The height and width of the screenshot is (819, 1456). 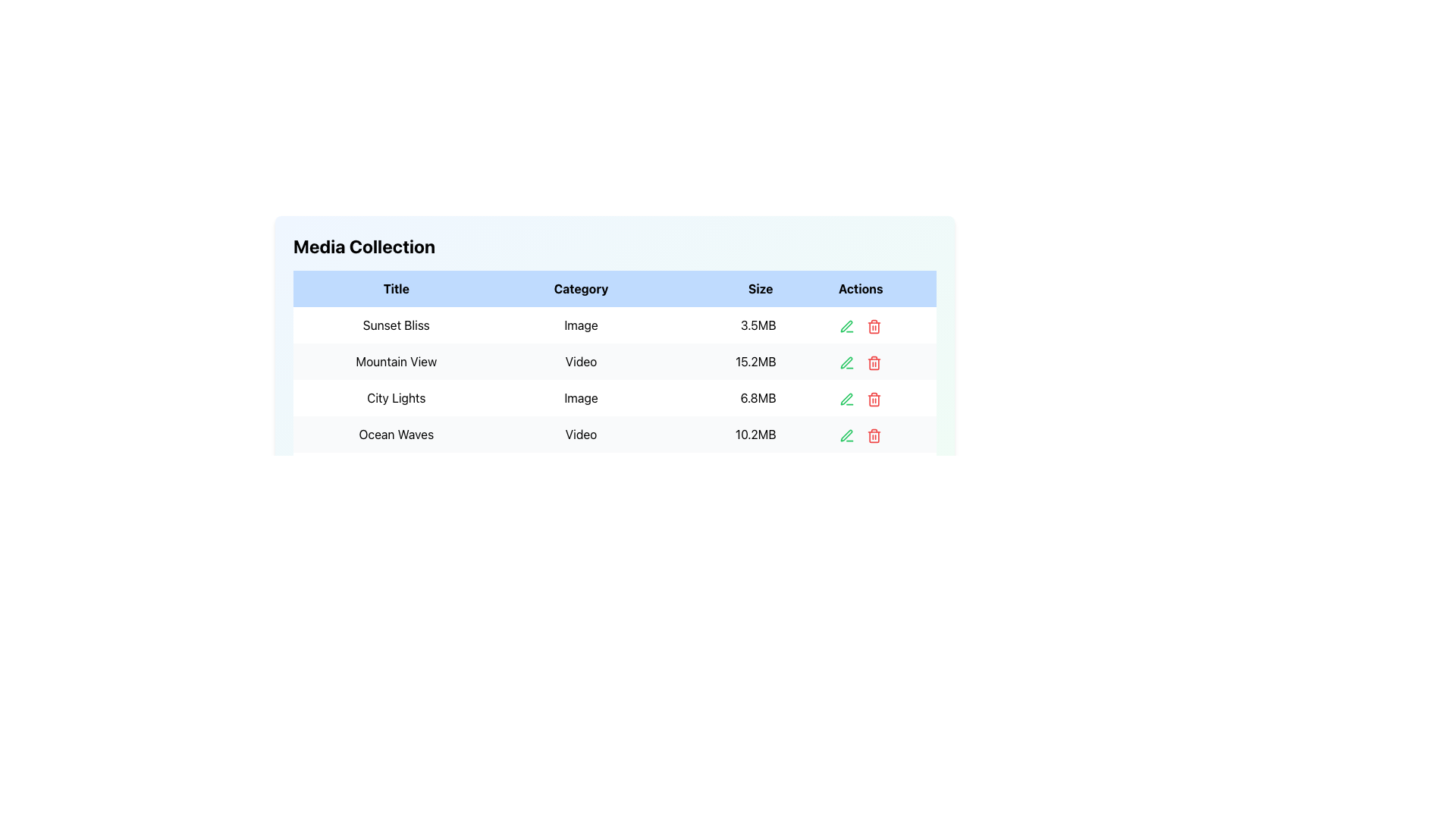 I want to click on the green pen icon in the 'Actions' column of the media collection table to initiate editing for the 'Mountain View' entry, so click(x=846, y=362).